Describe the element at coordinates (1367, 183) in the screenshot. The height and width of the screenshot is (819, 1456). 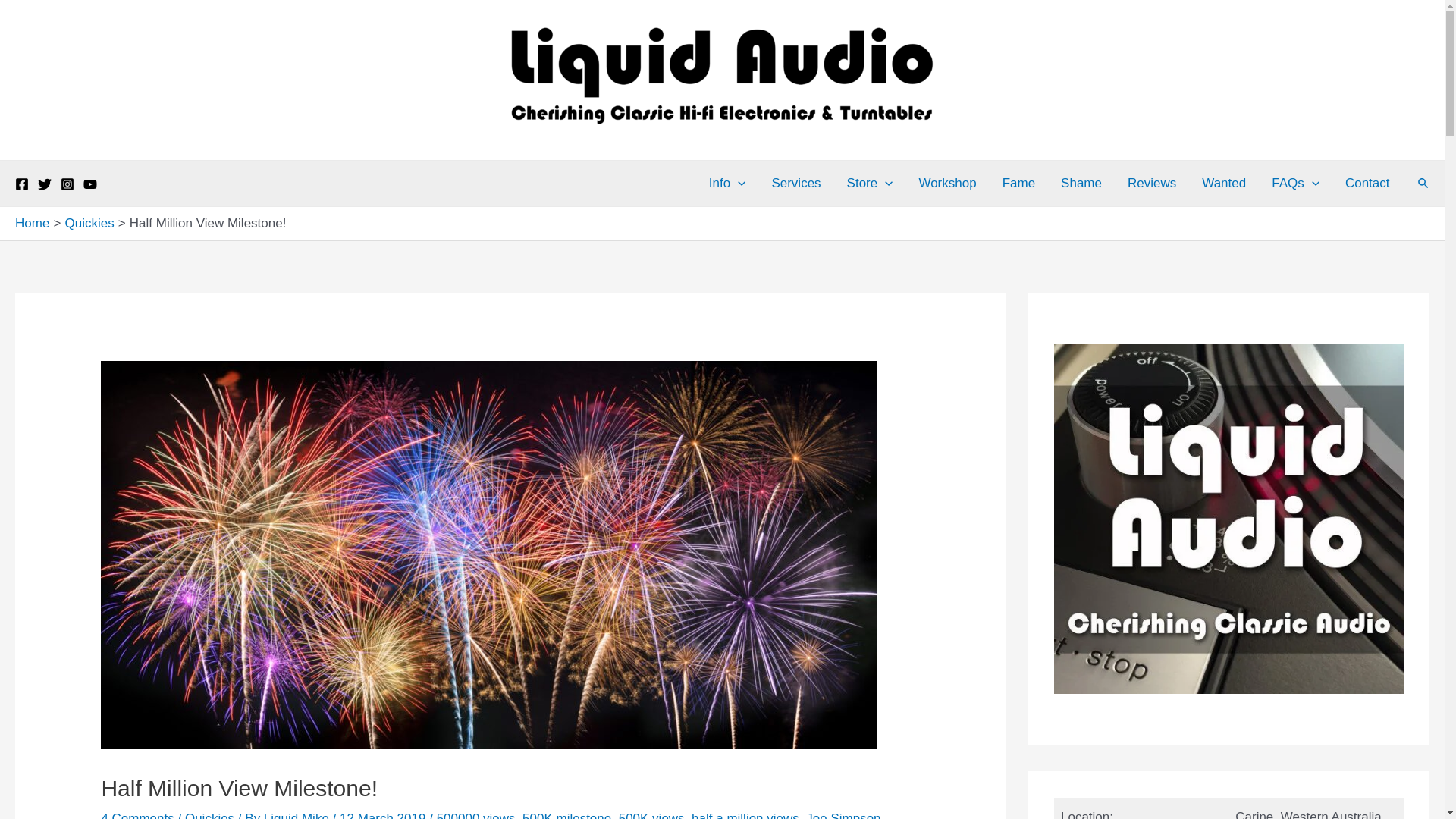
I see `'Contact'` at that location.